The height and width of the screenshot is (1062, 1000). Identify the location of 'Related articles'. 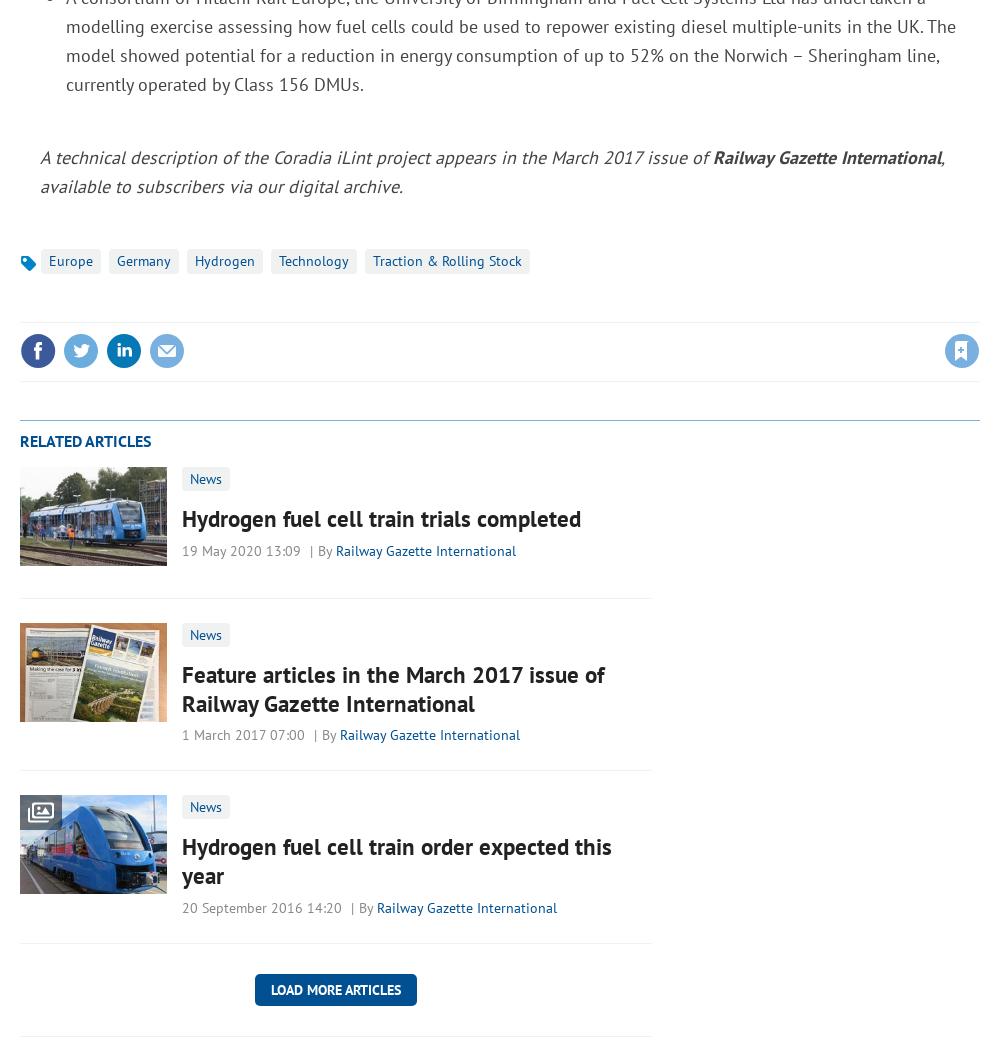
(84, 440).